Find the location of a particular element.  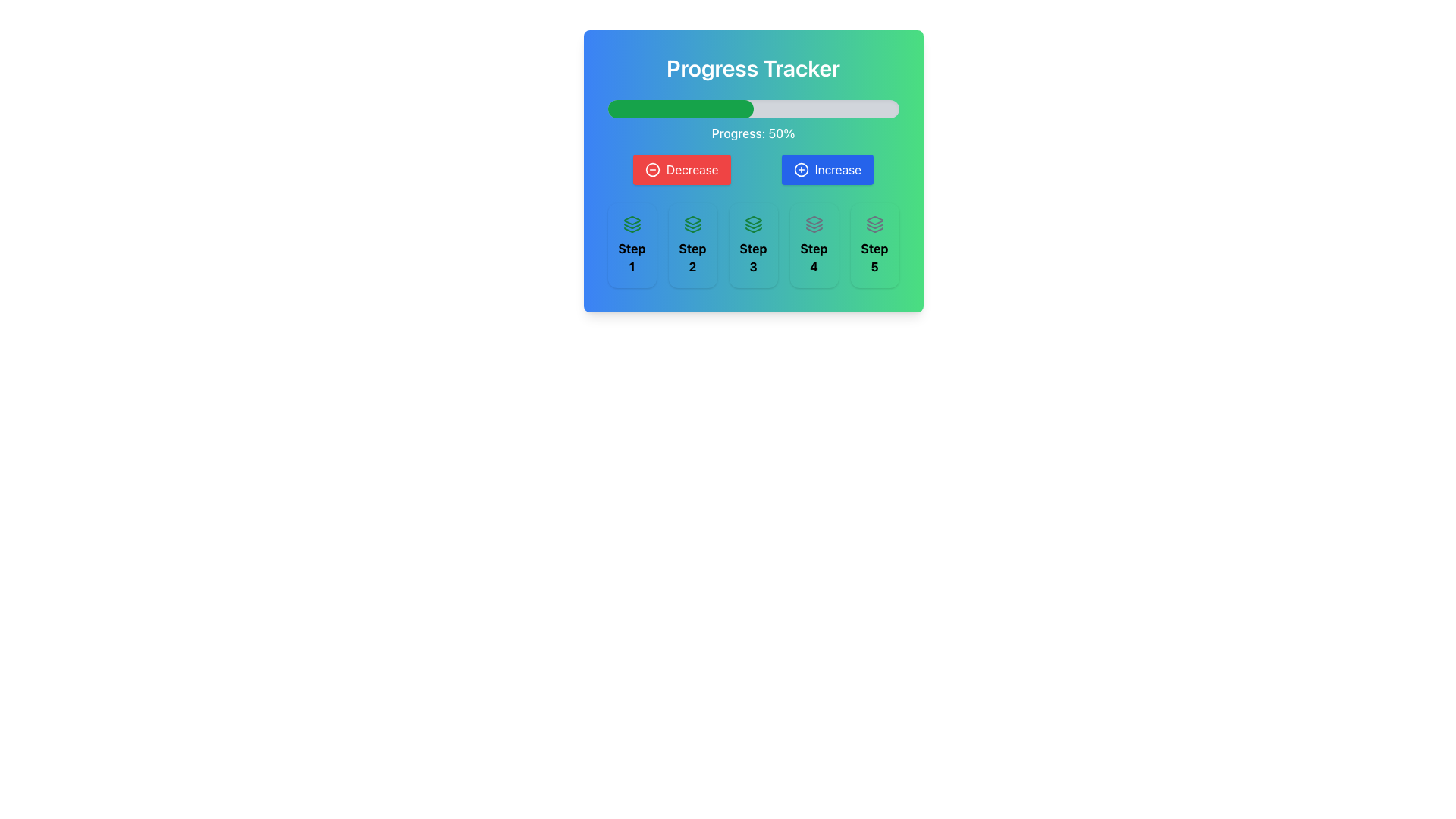

the SVG Icon representing the 'Decrease' functionality located to the left of the 'Decrease' button in the toolbar to decrease progress is located at coordinates (652, 169).